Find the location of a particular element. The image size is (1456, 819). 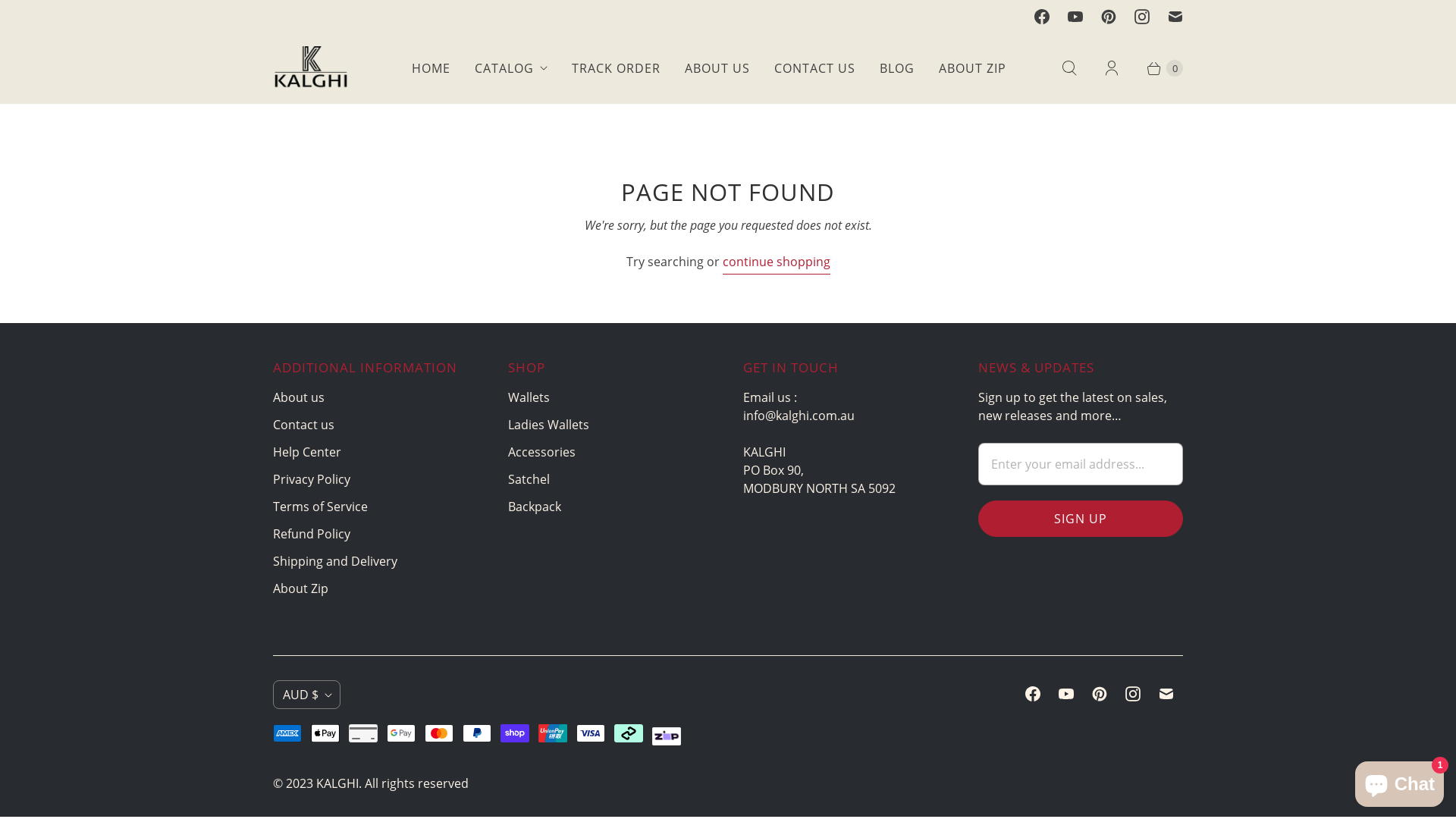

'Contact us' is located at coordinates (303, 424).